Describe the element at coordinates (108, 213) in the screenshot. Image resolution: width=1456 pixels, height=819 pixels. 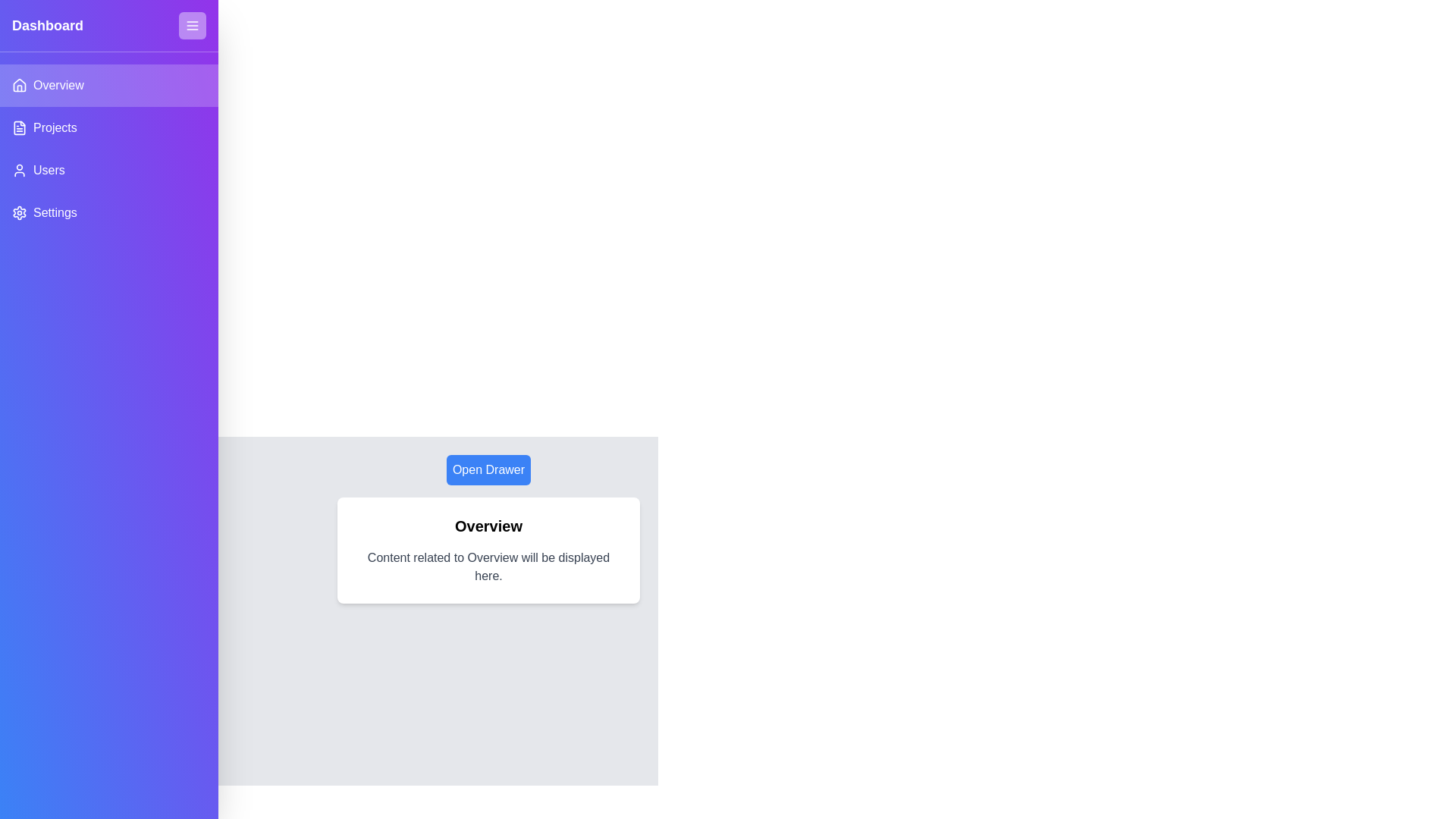
I see `the menu item Settings from the list` at that location.